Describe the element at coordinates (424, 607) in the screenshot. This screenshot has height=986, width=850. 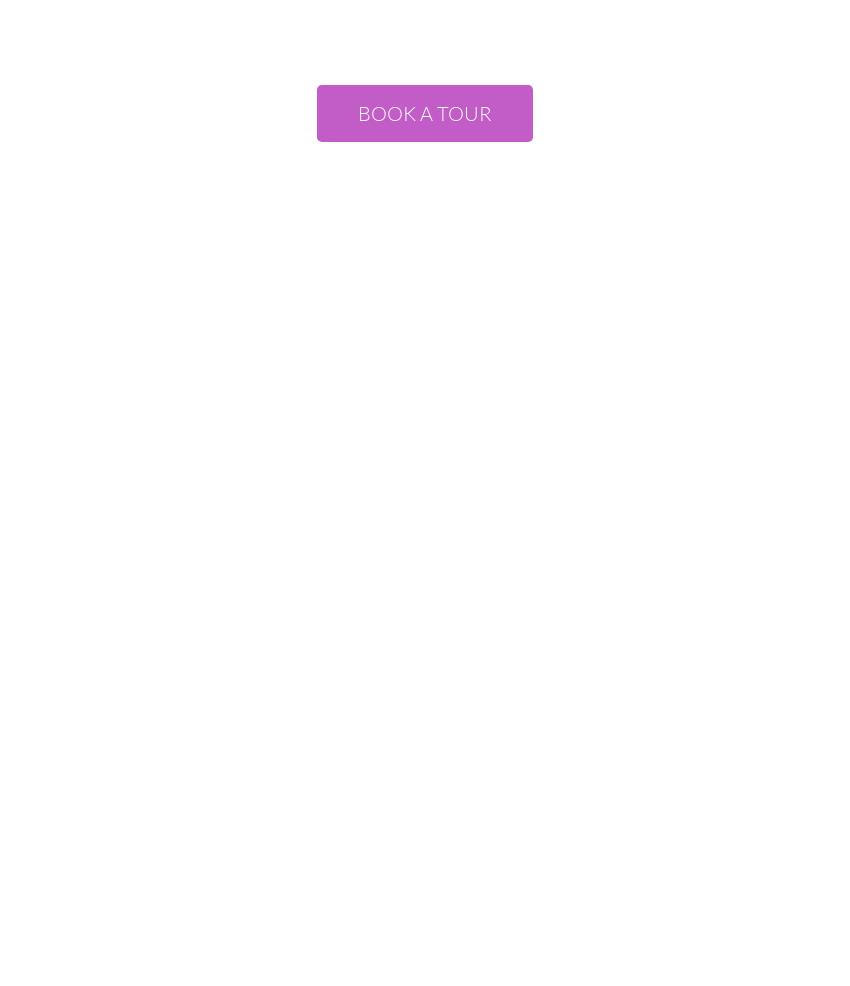
I see `'4 Inglis Place, Brightons, Falkirk, FK2 0TE, Scotland'` at that location.